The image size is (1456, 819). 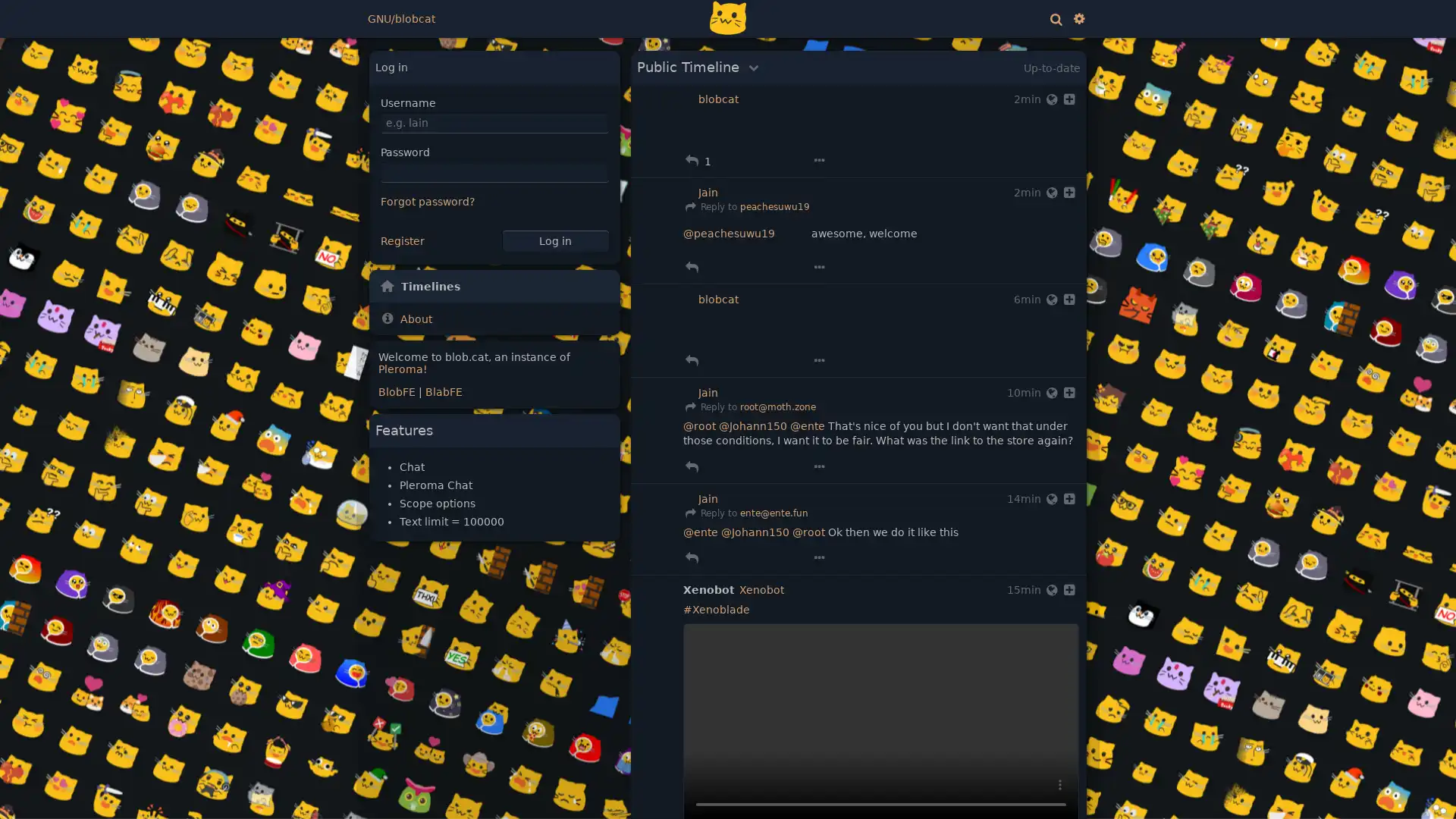 What do you see at coordinates (701, 783) in the screenshot?
I see `play` at bounding box center [701, 783].